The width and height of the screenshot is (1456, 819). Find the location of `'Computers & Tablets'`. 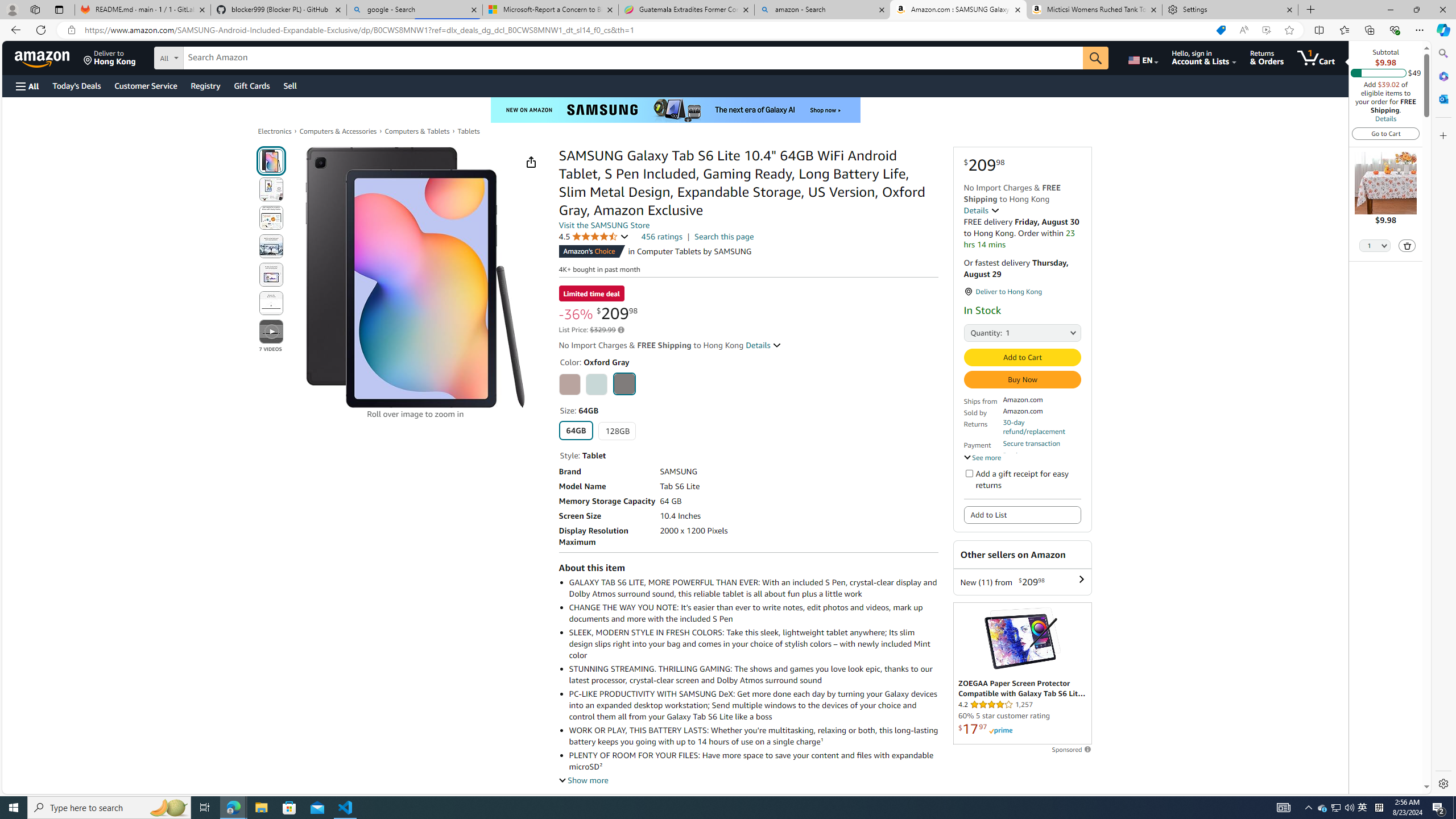

'Computers & Tablets' is located at coordinates (417, 130).